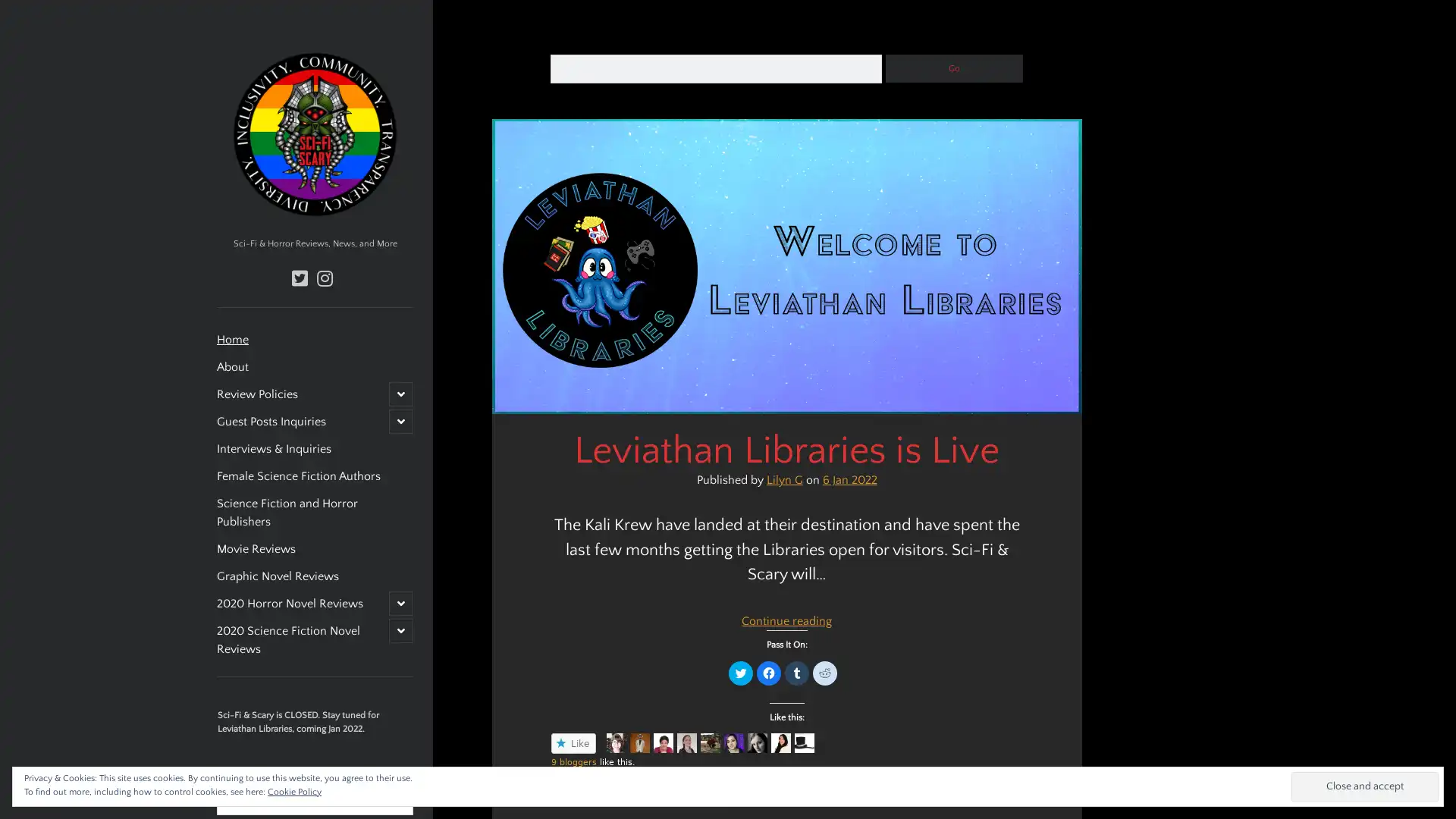 The image size is (1456, 819). What do you see at coordinates (400, 602) in the screenshot?
I see `open child menu` at bounding box center [400, 602].